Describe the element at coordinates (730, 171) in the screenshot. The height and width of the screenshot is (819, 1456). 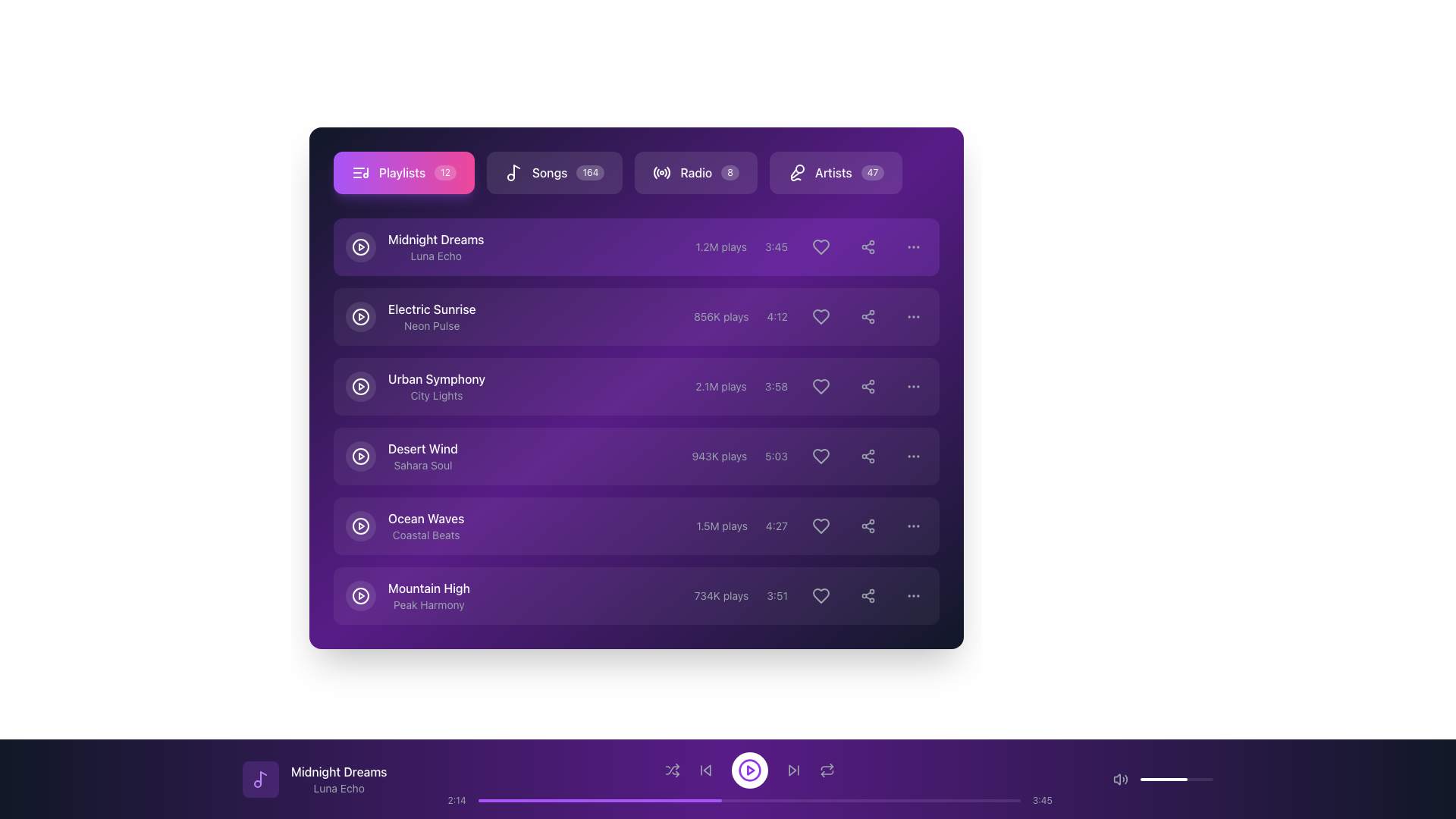
I see `the Counter badge indicating the number of items or updates available for the 'Radio' section, positioned to the right of the 'Radio' text` at that location.